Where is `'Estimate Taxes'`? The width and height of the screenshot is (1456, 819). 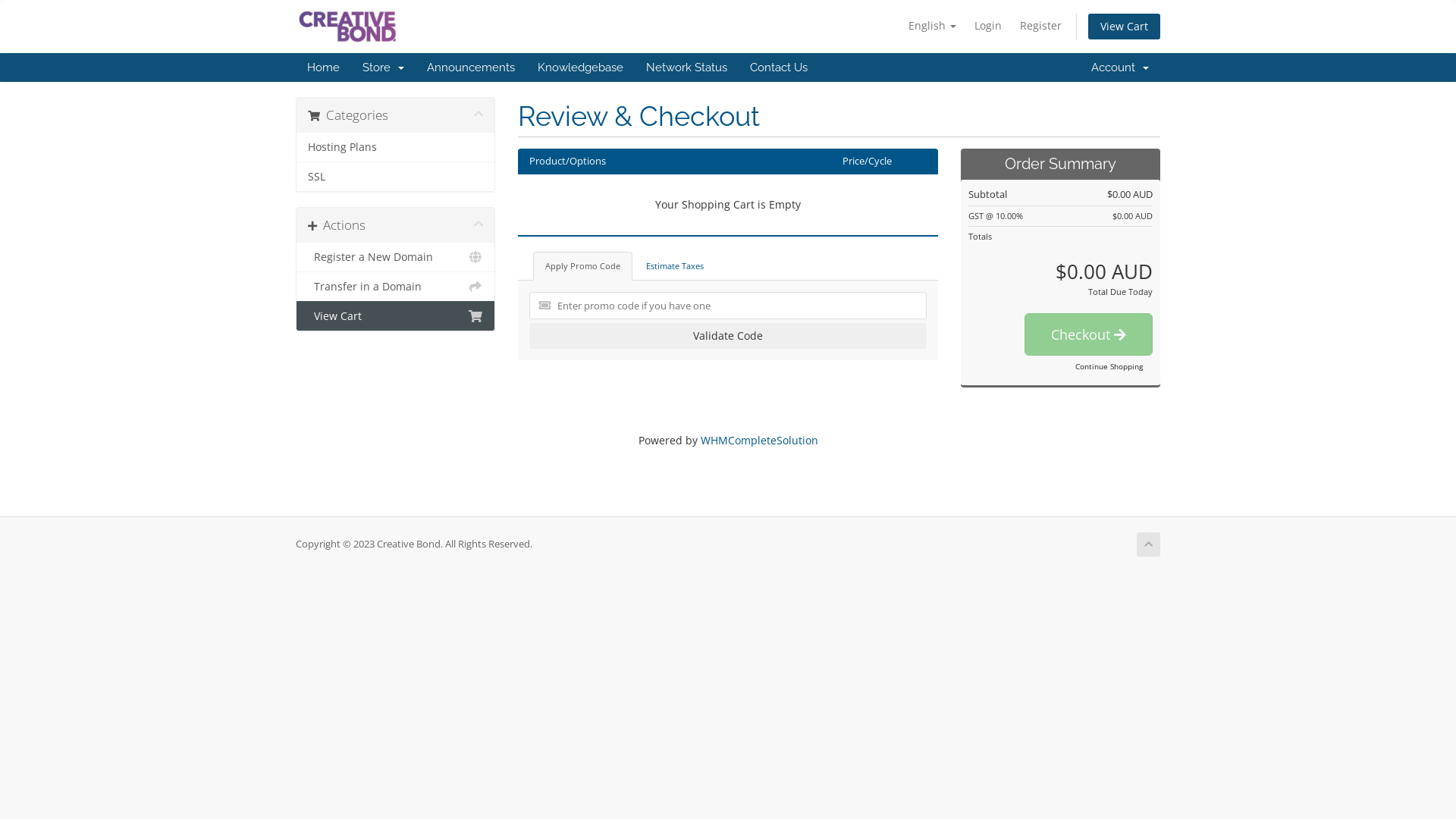
'Estimate Taxes' is located at coordinates (633, 265).